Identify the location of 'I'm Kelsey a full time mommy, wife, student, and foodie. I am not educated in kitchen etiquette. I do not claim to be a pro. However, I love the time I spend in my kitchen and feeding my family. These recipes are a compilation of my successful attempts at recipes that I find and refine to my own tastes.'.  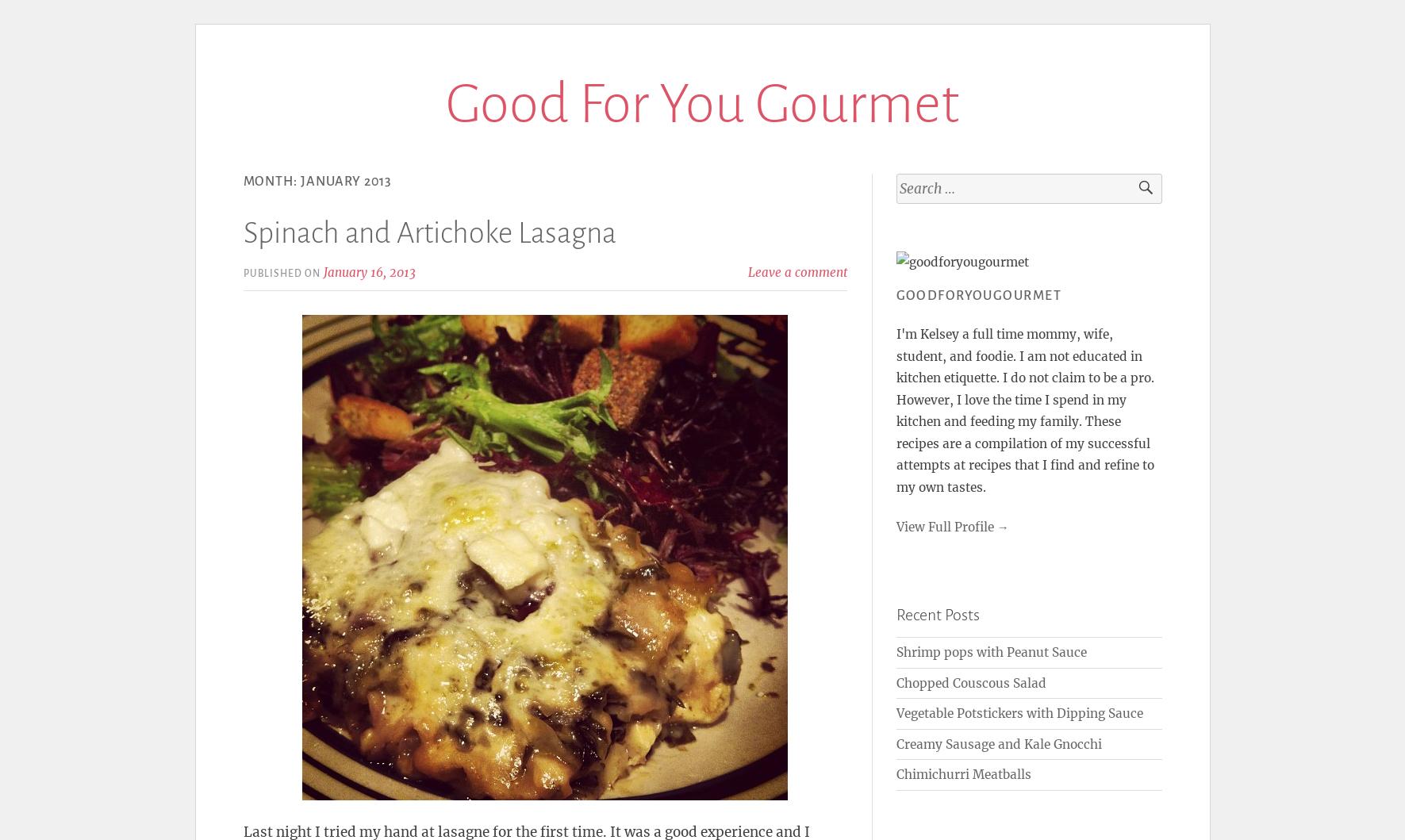
(895, 410).